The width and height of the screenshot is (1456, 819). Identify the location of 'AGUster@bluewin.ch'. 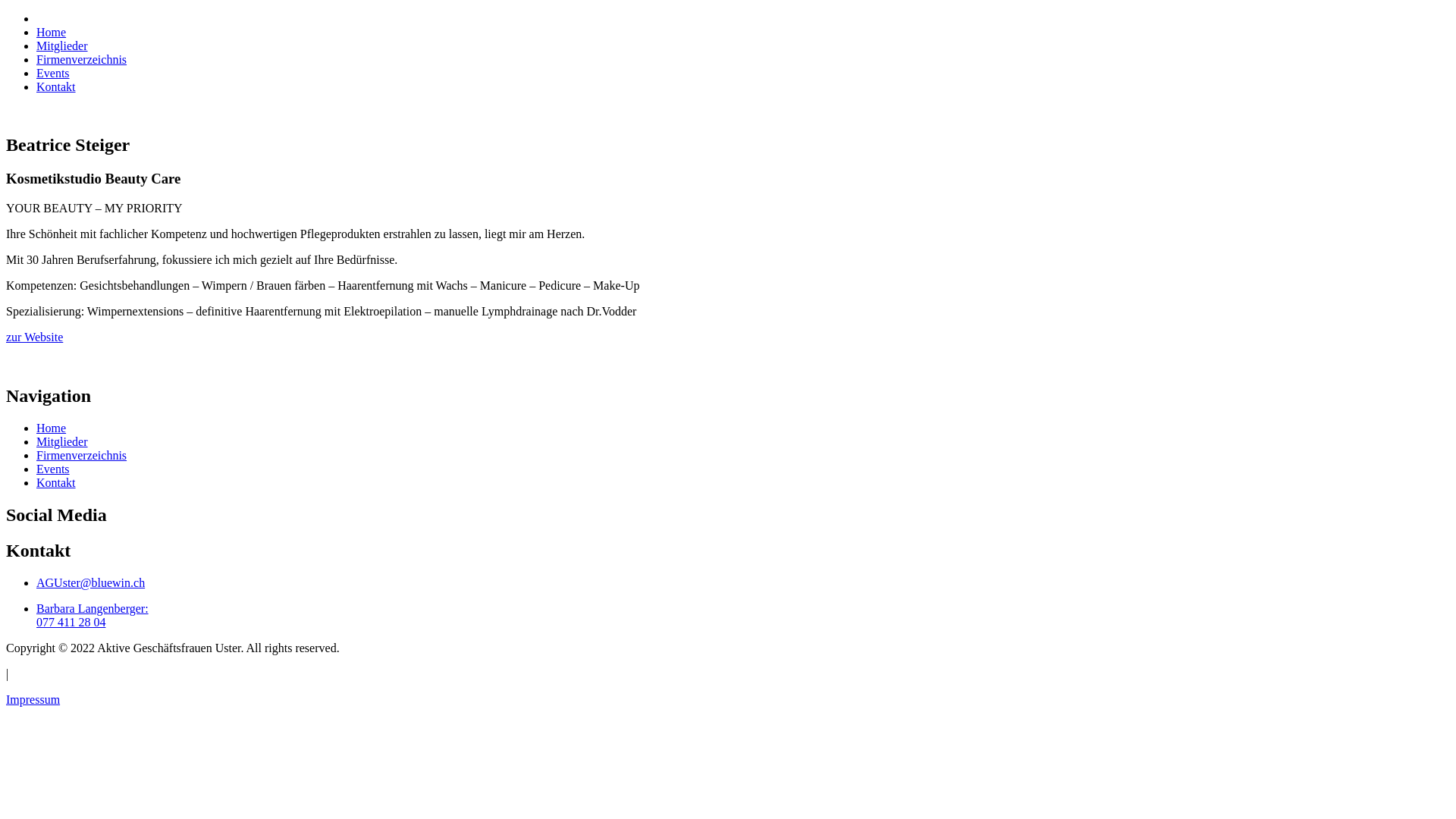
(36, 582).